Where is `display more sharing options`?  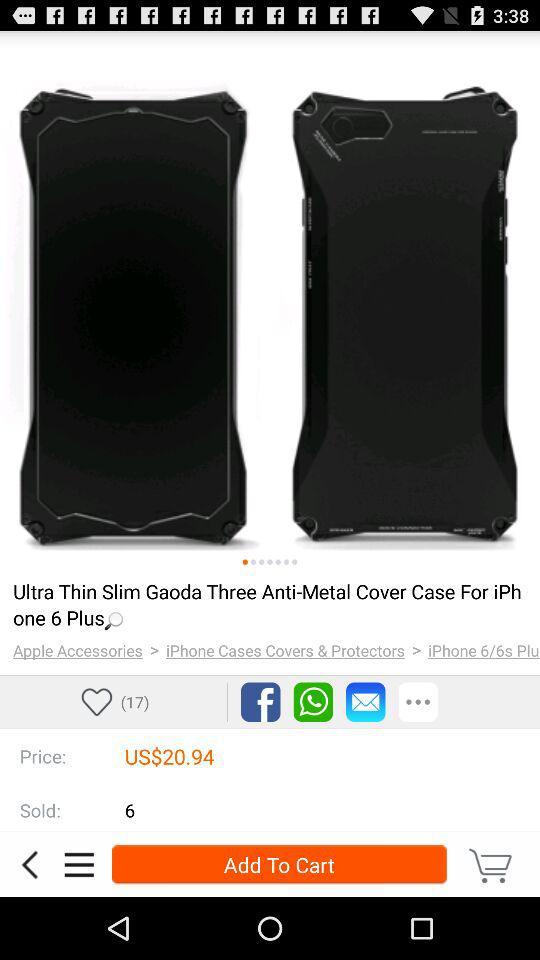
display more sharing options is located at coordinates (417, 702).